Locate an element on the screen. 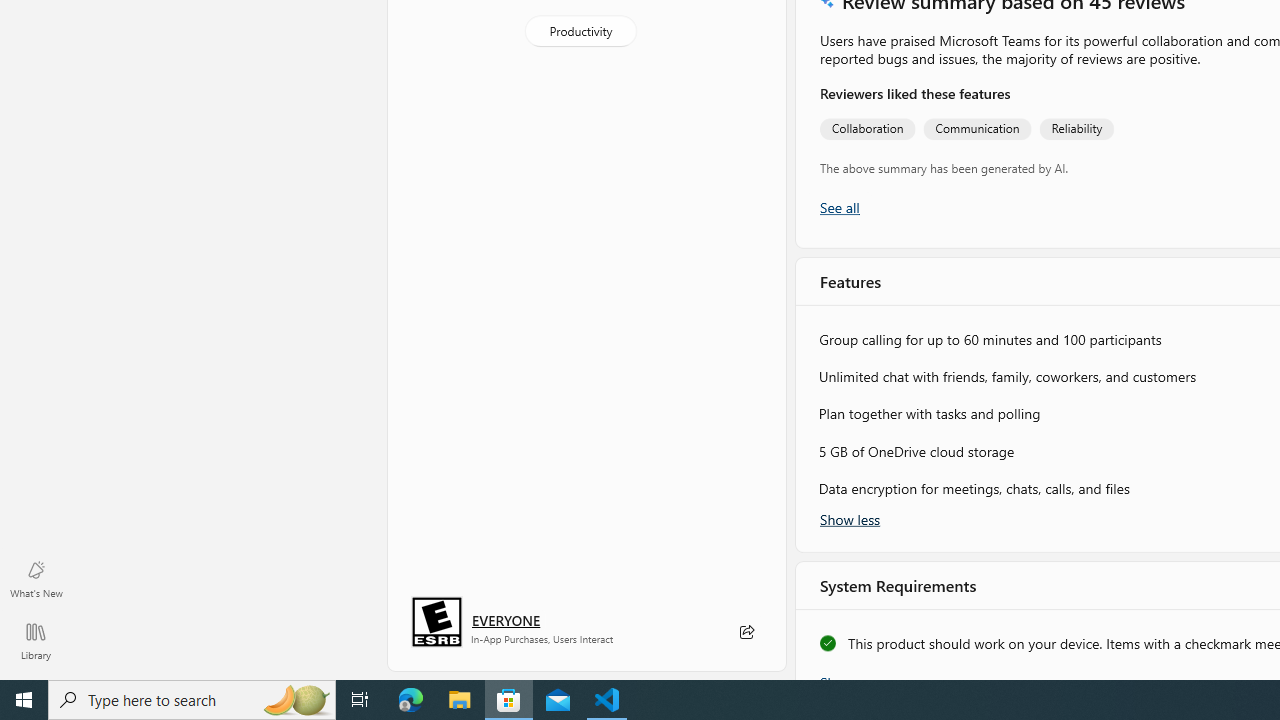 The image size is (1280, 720). 'Show less' is located at coordinates (850, 517).